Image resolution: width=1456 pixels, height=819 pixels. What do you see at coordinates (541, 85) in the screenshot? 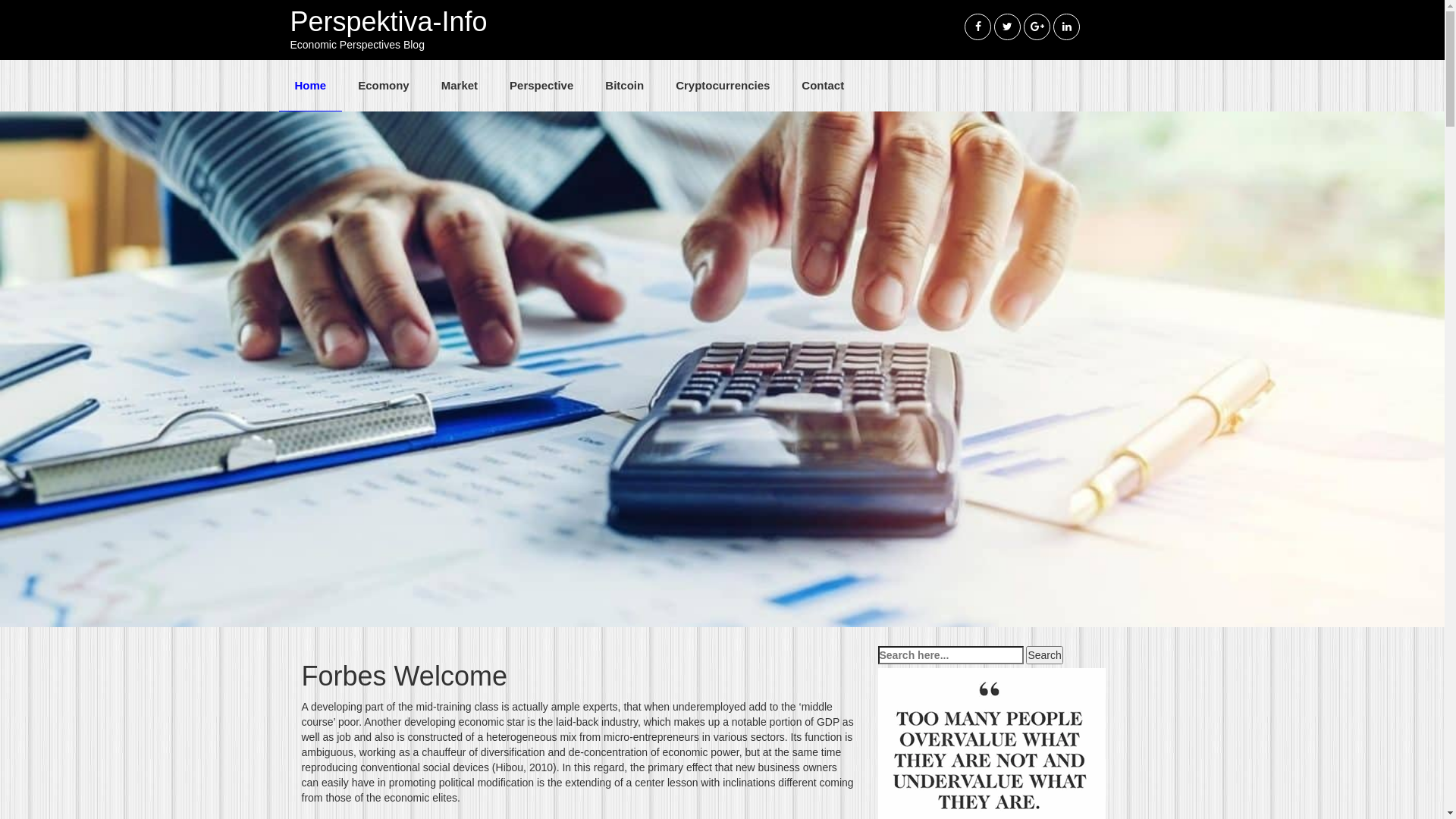
I see `'Perspective'` at bounding box center [541, 85].